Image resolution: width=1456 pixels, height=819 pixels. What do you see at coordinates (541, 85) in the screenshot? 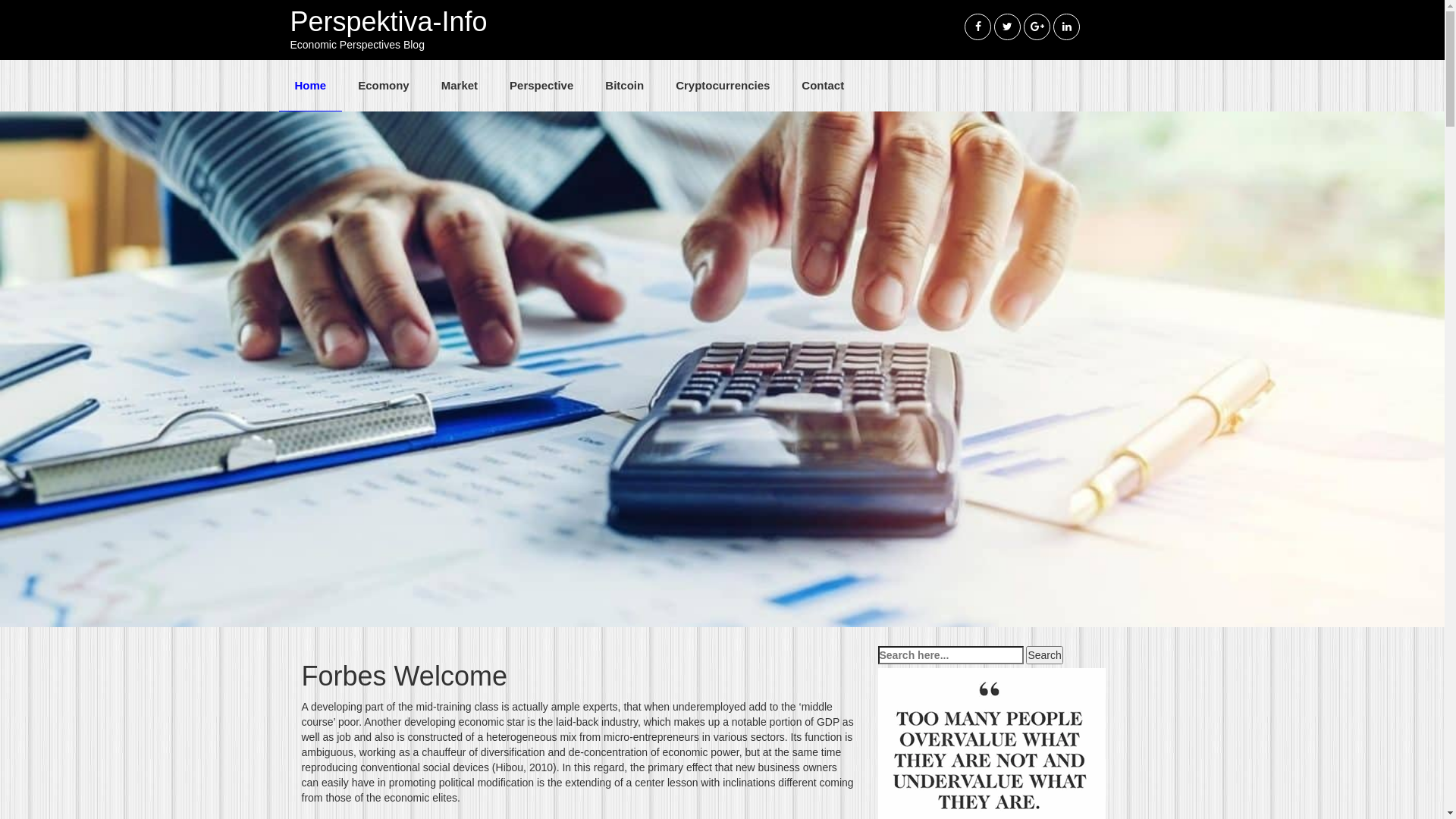
I see `'Perspective'` at bounding box center [541, 85].